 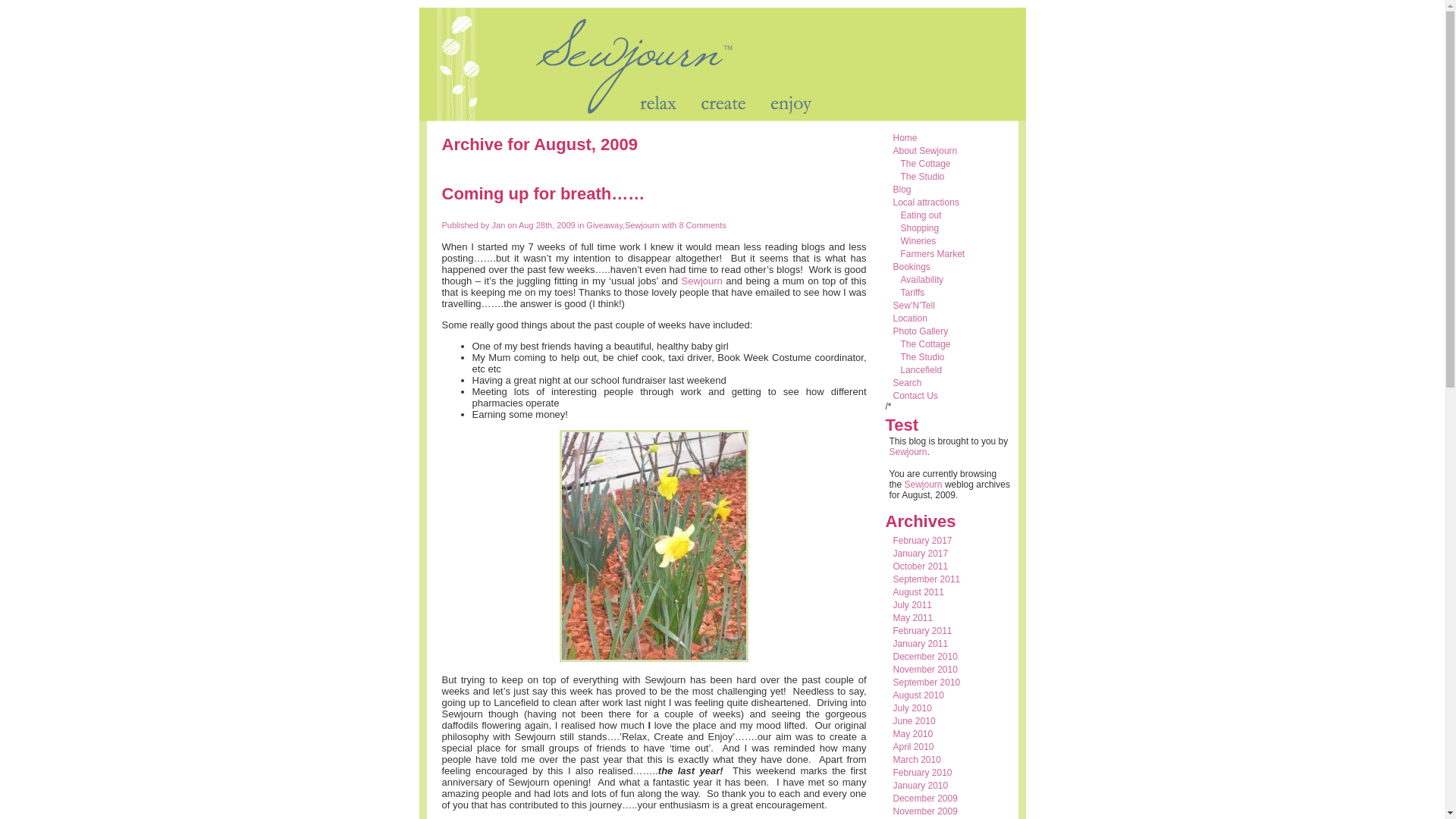 I want to click on 'Location', so click(x=910, y=318).